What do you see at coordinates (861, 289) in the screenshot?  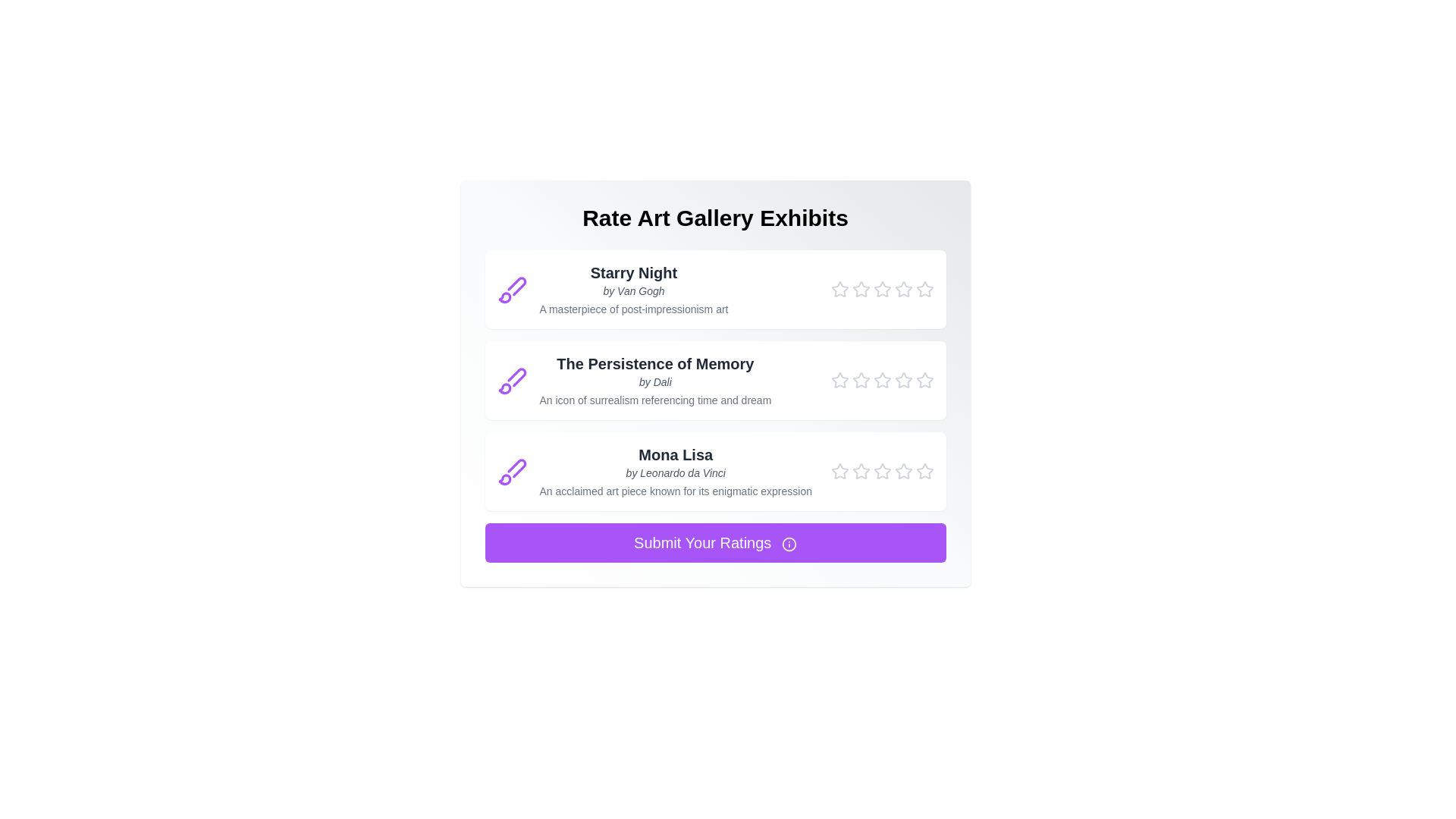 I see `the star corresponding to 2 for the painting titled Starry Night to set its rating` at bounding box center [861, 289].